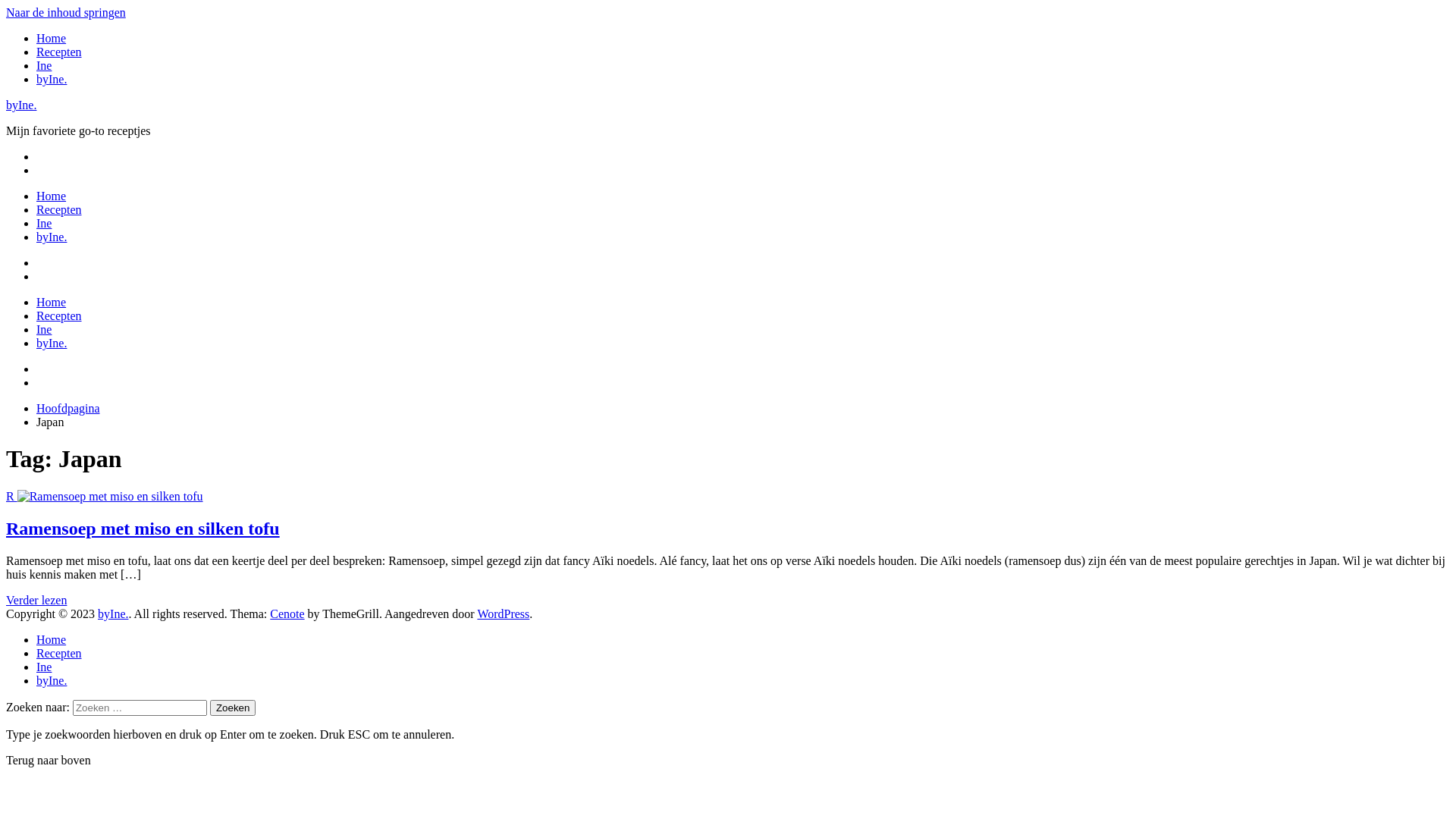 The height and width of the screenshot is (819, 1456). I want to click on 'Hoofdpagina', so click(67, 407).